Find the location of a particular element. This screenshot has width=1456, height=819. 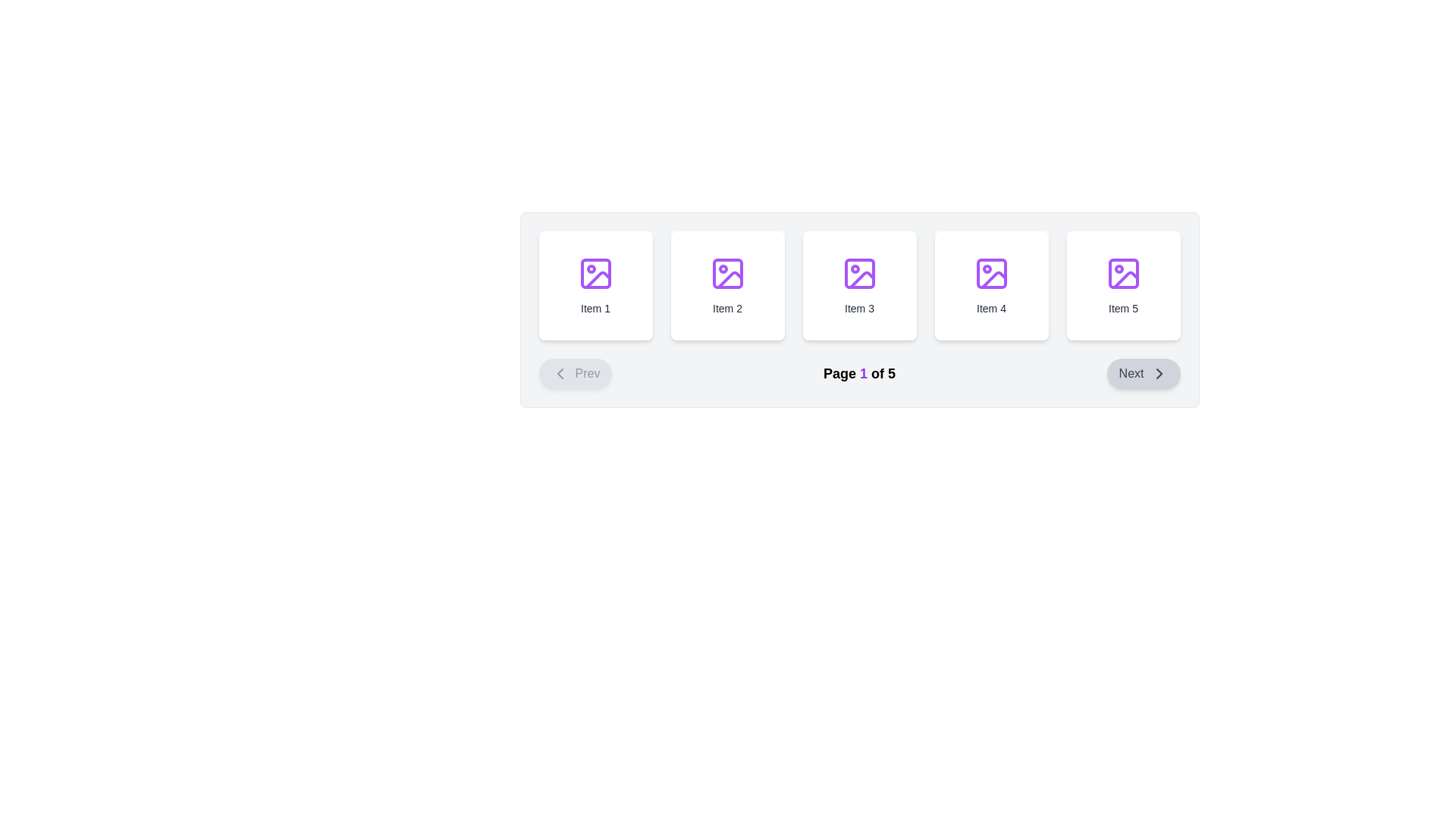

the Text label within the navigation button that allows the user to move to the previous set of items in the carousel, located at the bottom-left corner of the content carousel is located at coordinates (586, 374).